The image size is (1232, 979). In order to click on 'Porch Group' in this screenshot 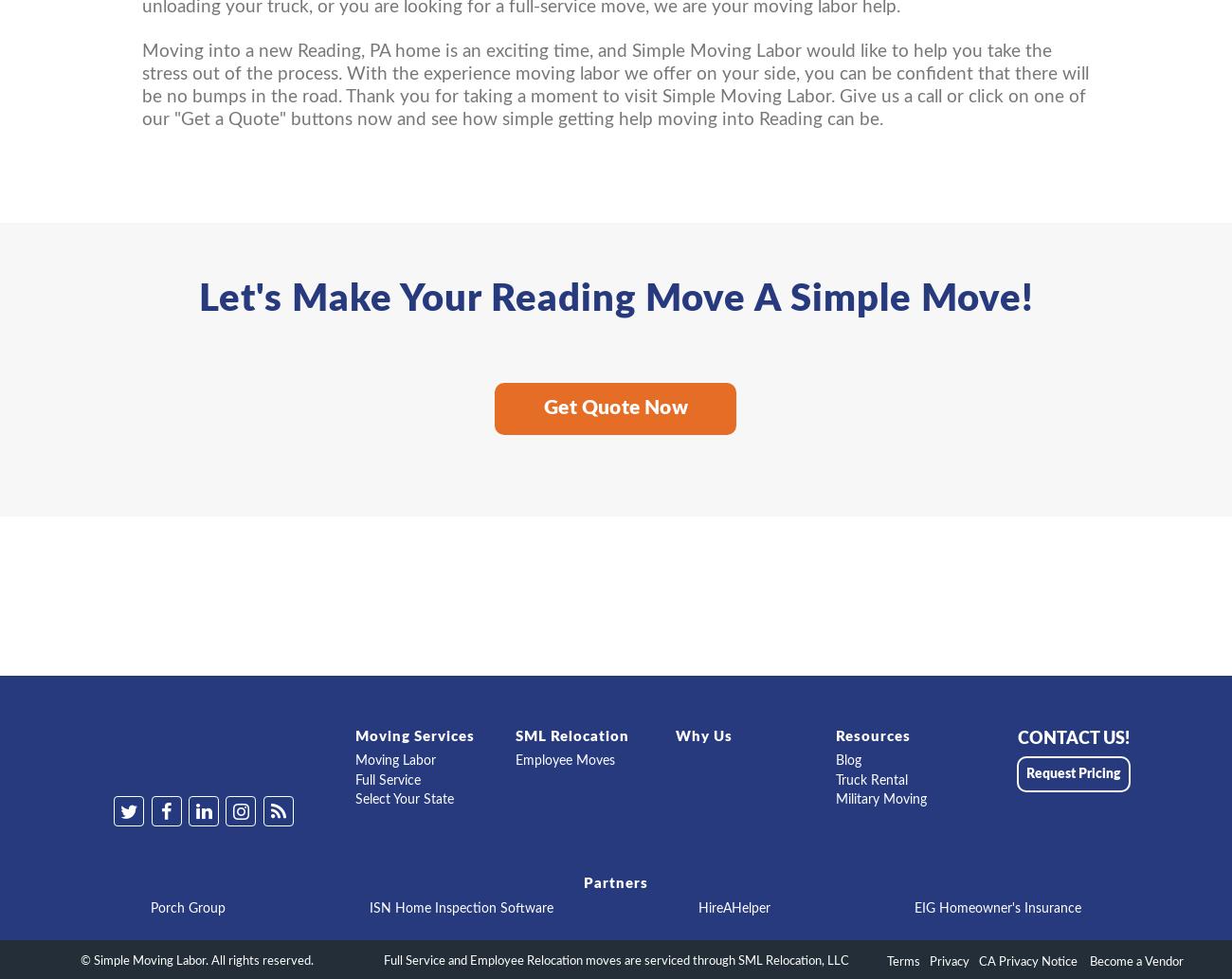, I will do `click(187, 907)`.